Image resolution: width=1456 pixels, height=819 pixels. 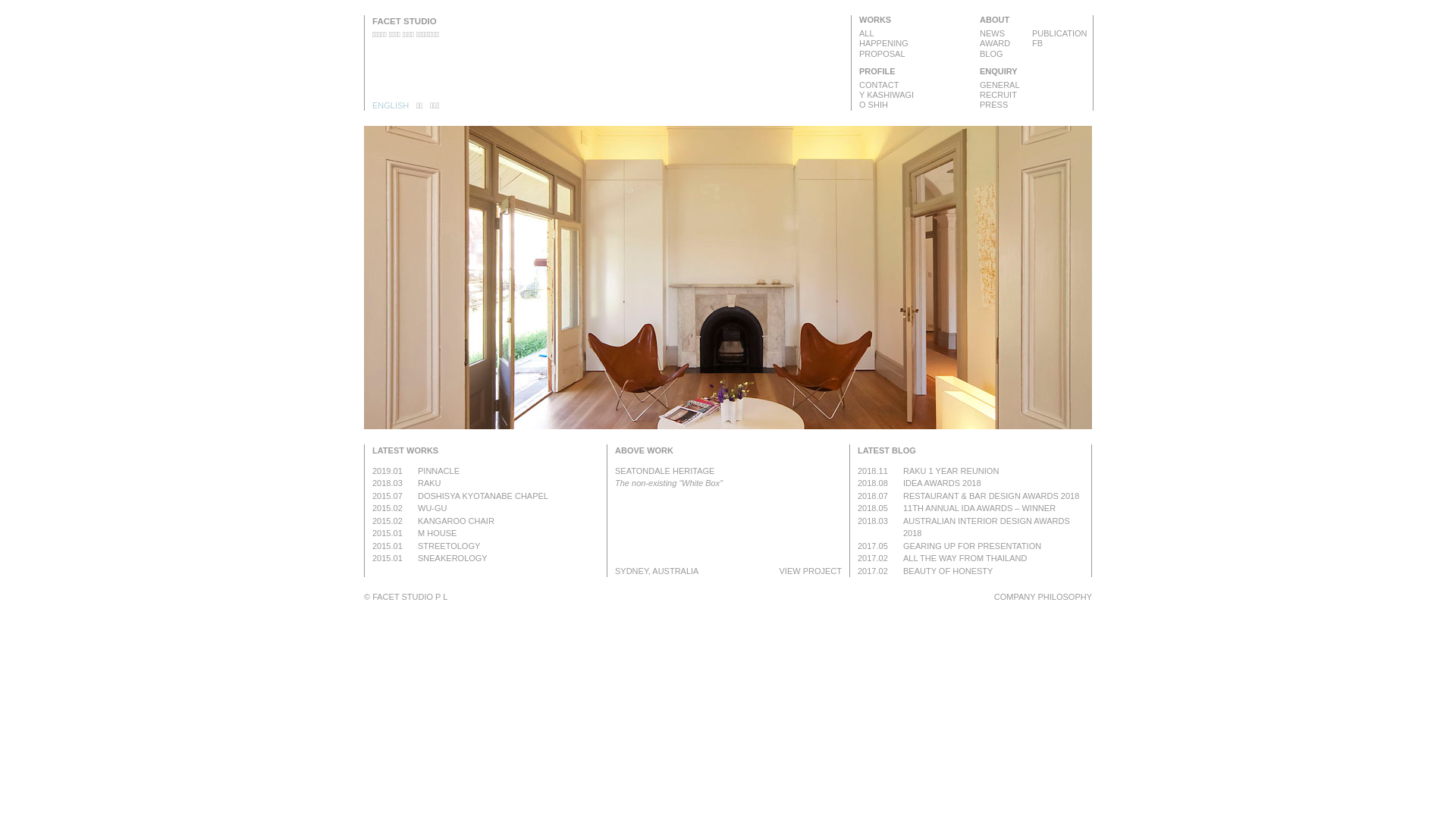 I want to click on 'PROPOSAL', so click(x=915, y=53).